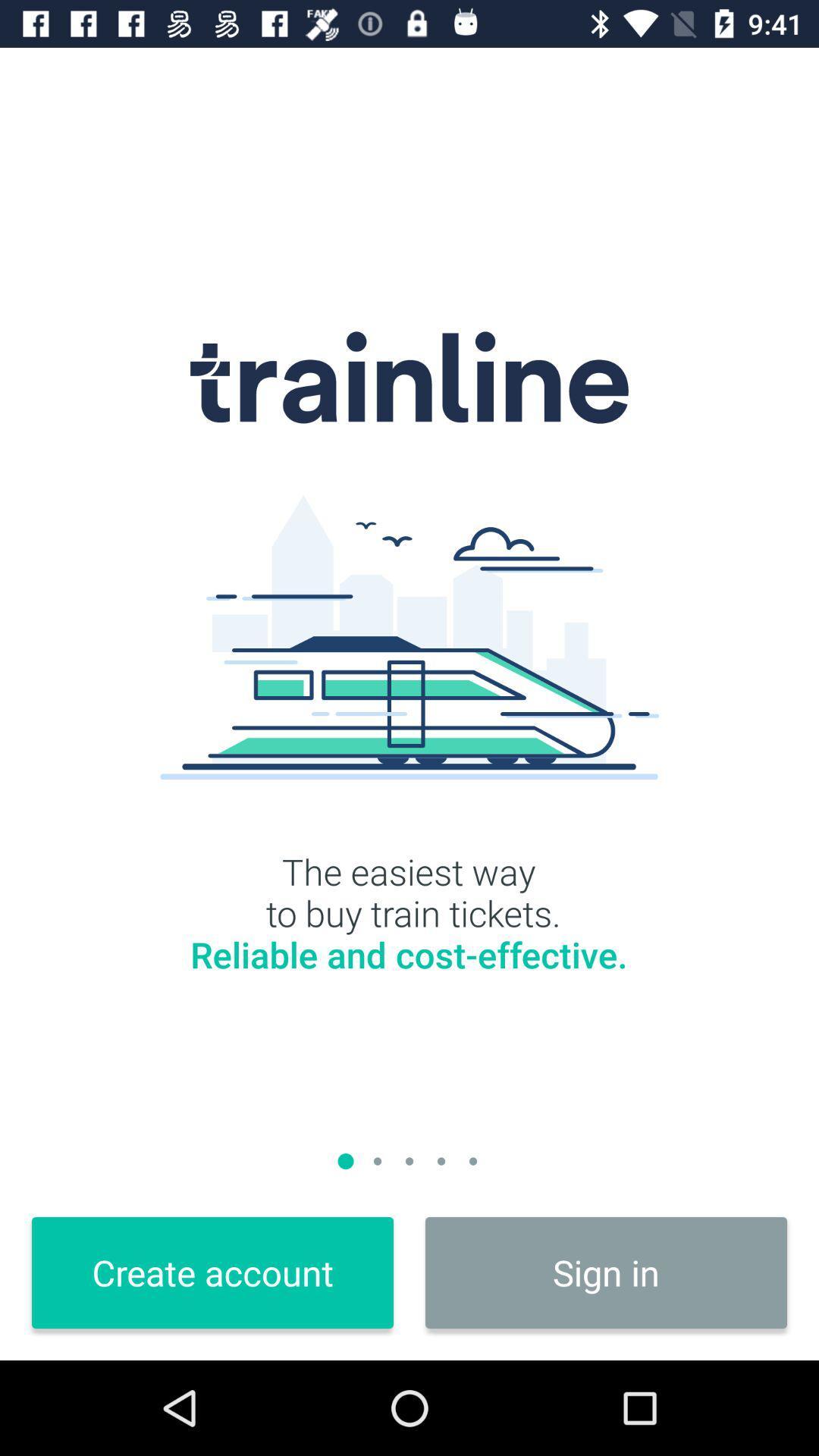 The height and width of the screenshot is (1456, 819). What do you see at coordinates (605, 1272) in the screenshot?
I see `the item next to create account` at bounding box center [605, 1272].